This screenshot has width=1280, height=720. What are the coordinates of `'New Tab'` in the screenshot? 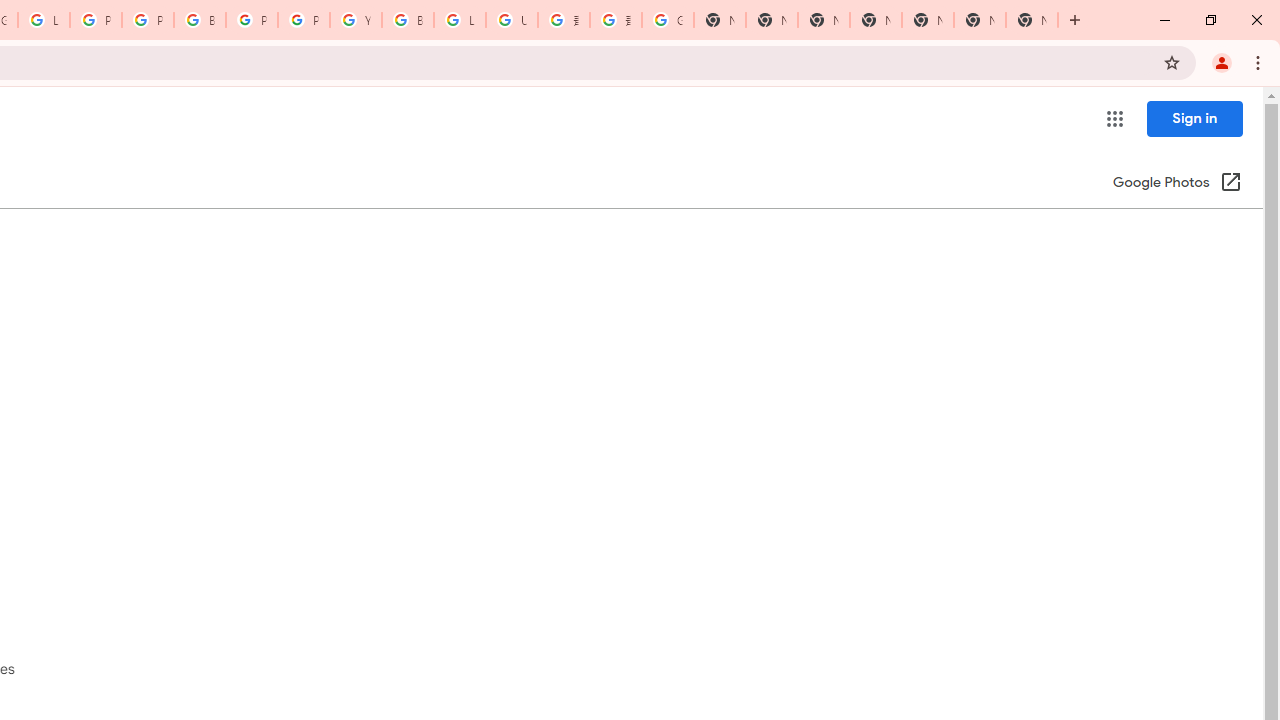 It's located at (1032, 20).